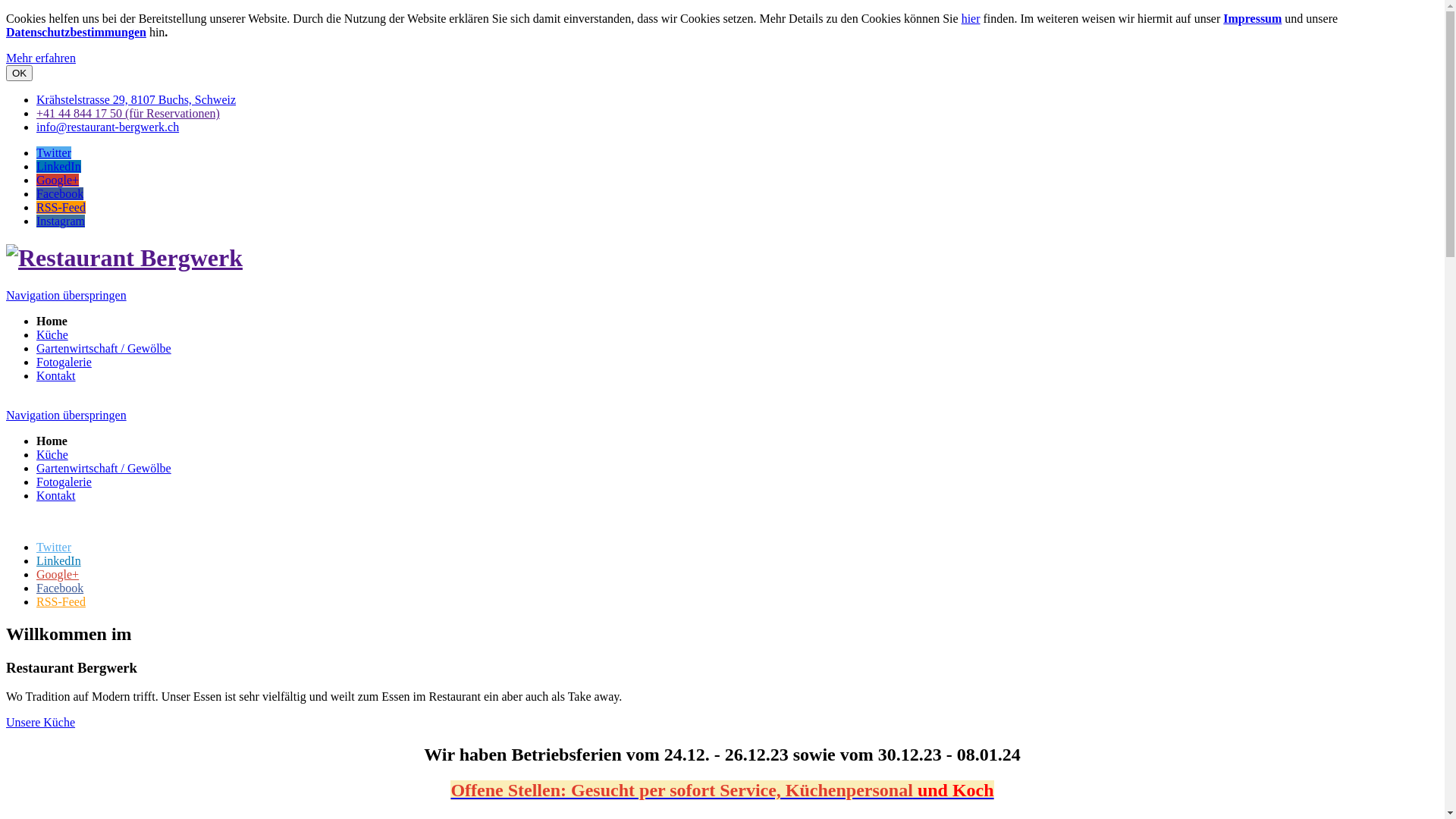  Describe the element at coordinates (107, 126) in the screenshot. I see `'info@restaurant-bergwerk.ch'` at that location.